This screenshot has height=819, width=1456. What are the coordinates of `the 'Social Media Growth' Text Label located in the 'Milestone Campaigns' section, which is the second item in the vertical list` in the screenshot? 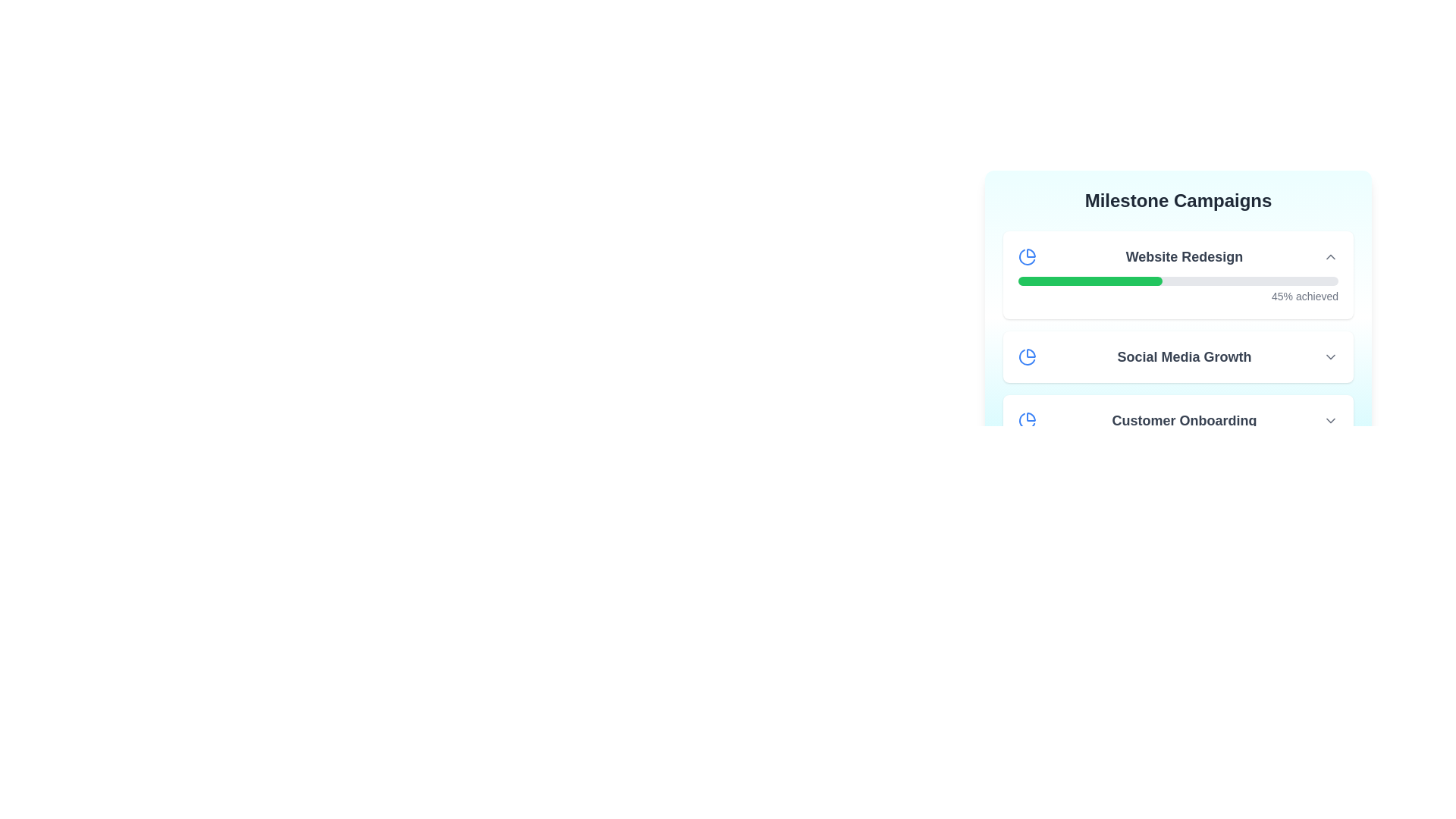 It's located at (1183, 356).